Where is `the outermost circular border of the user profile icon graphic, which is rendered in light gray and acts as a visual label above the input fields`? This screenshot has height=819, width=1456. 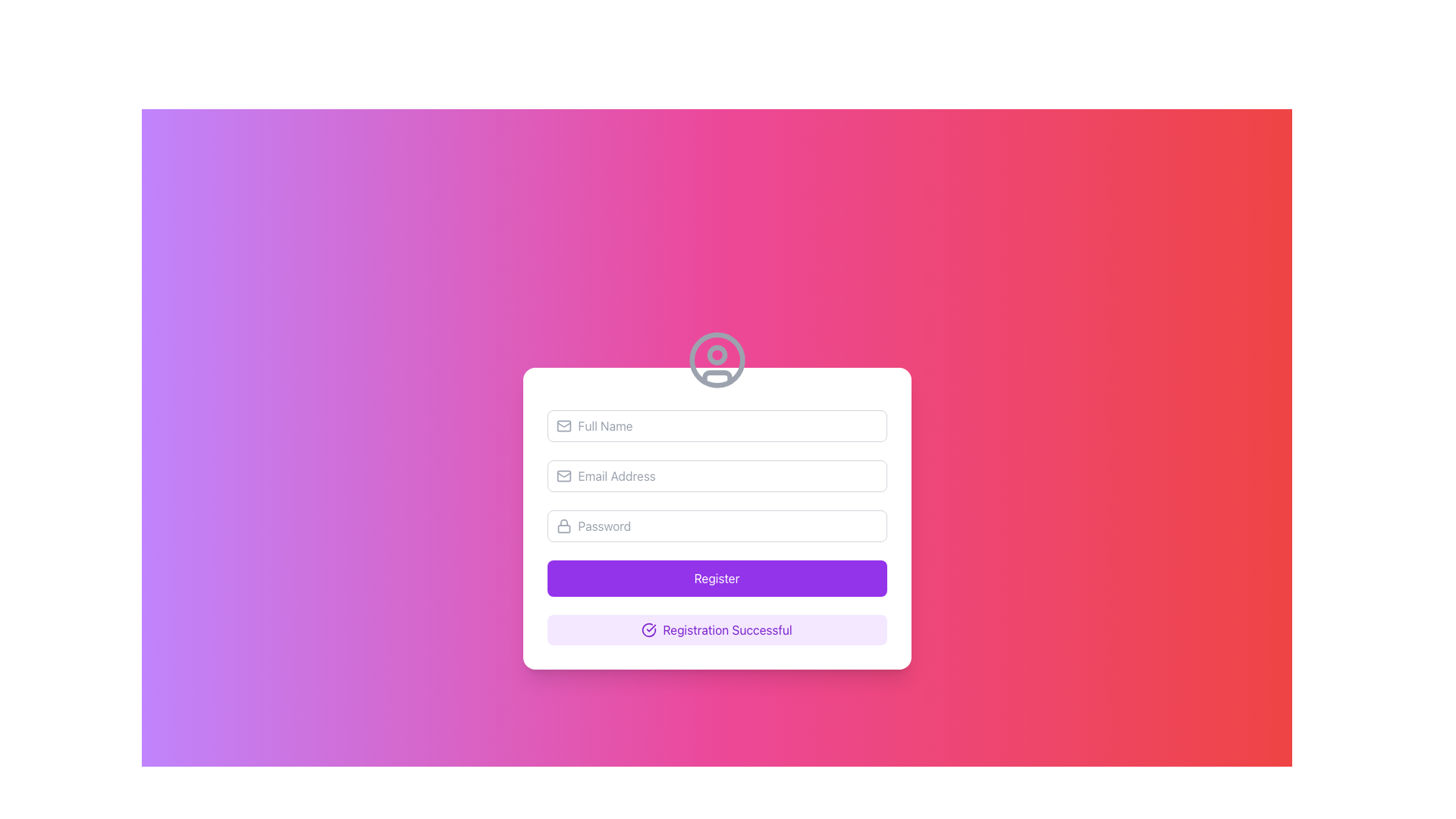 the outermost circular border of the user profile icon graphic, which is rendered in light gray and acts as a visual label above the input fields is located at coordinates (716, 359).